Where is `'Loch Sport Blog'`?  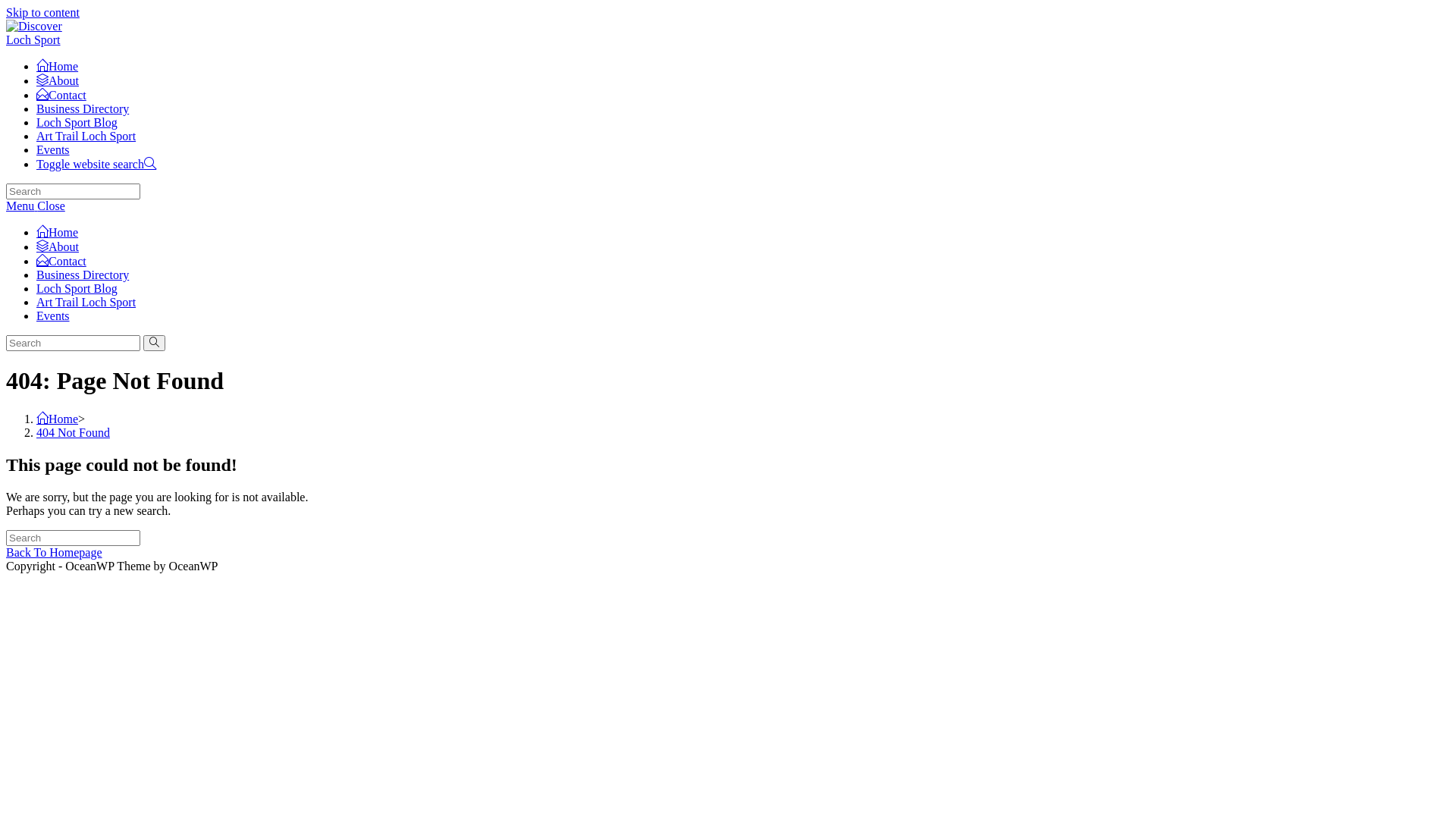 'Loch Sport Blog' is located at coordinates (76, 288).